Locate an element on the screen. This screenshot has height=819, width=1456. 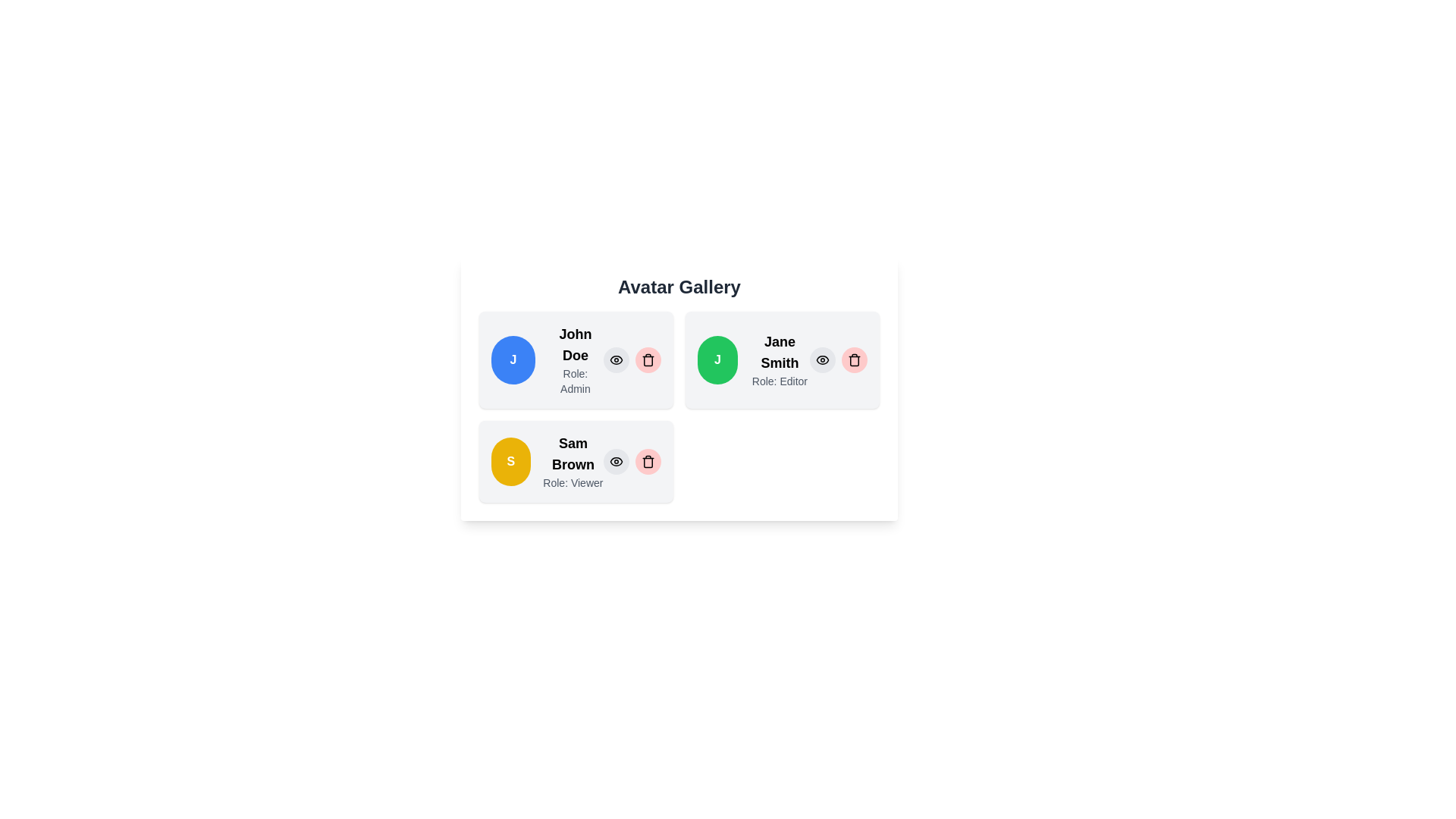
the delete button located in the lower right corner of the 'Sam Brown' card is located at coordinates (648, 461).